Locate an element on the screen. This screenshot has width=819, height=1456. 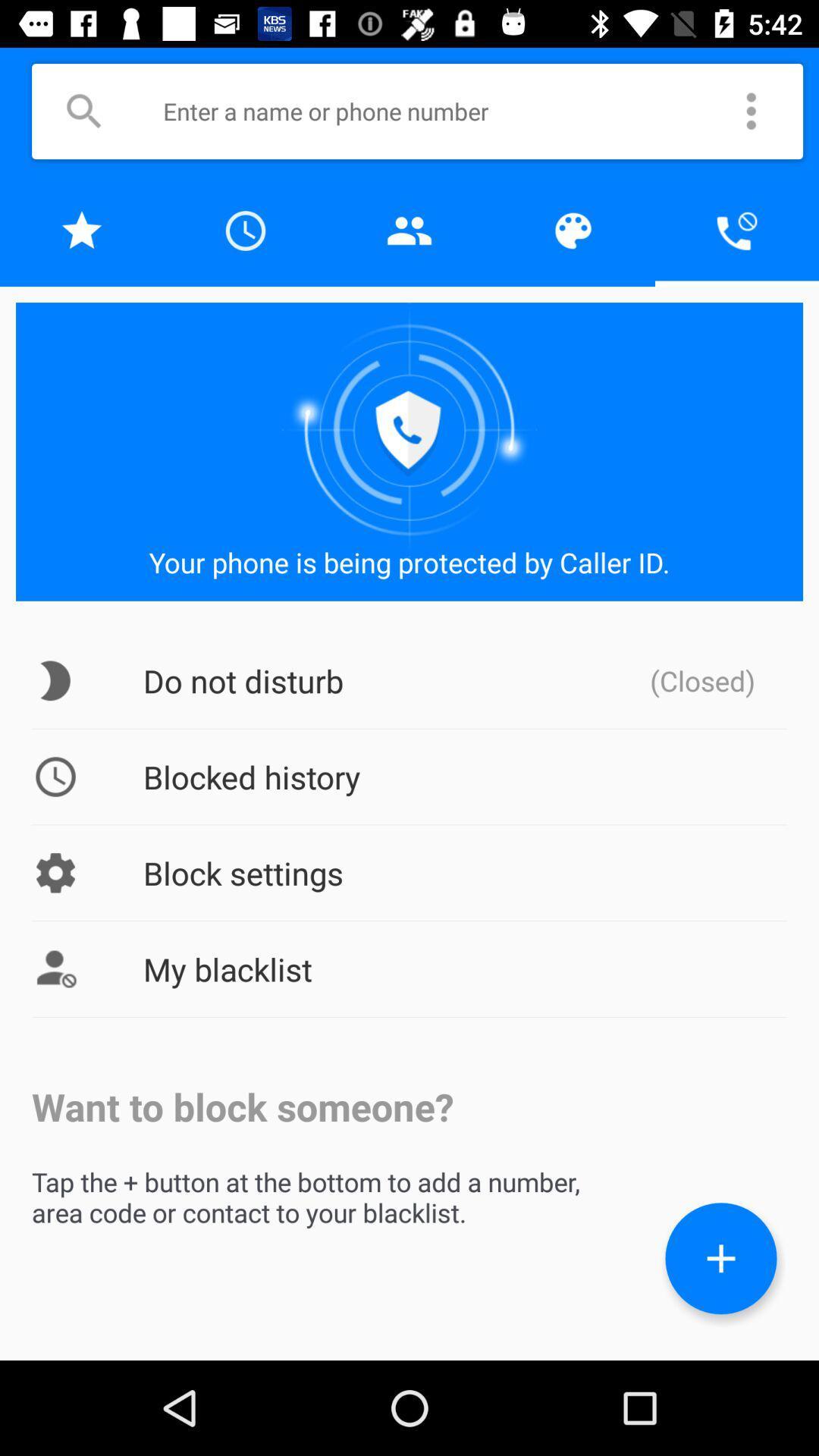
favorites is located at coordinates (82, 230).